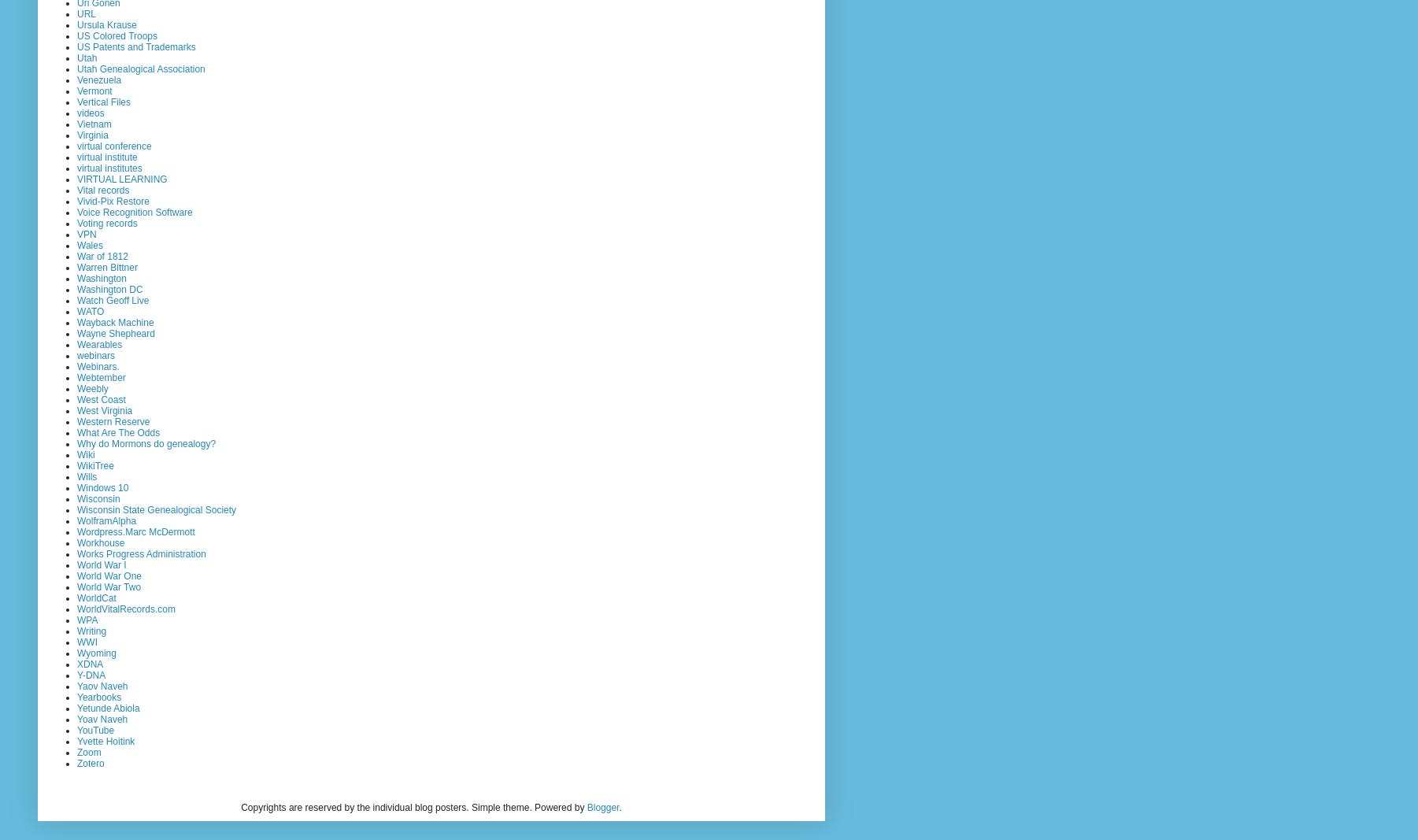 The image size is (1418, 840). I want to click on 'Utah', so click(87, 56).